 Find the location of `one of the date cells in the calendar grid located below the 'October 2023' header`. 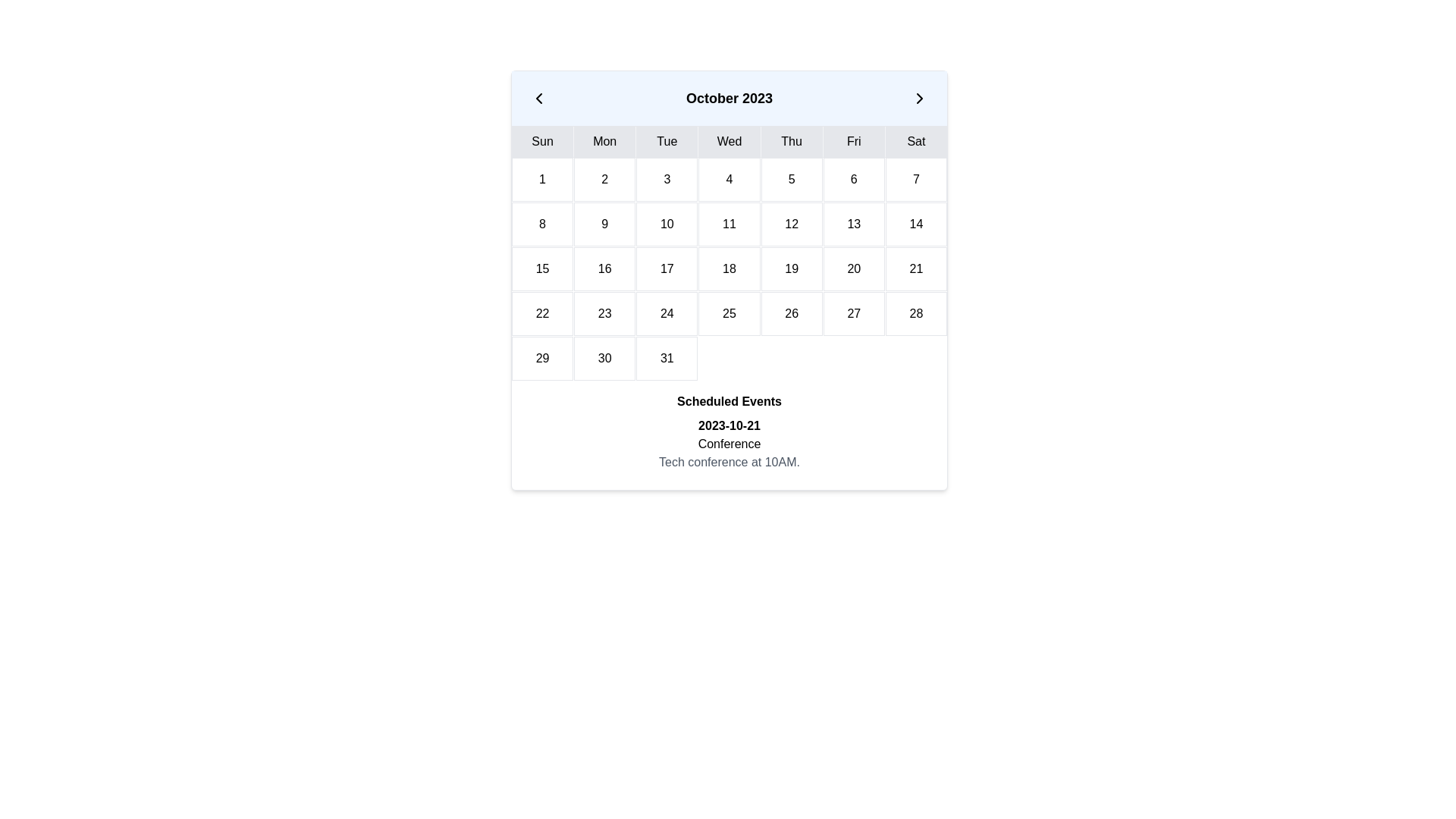

one of the date cells in the calendar grid located below the 'October 2023' header is located at coordinates (729, 268).